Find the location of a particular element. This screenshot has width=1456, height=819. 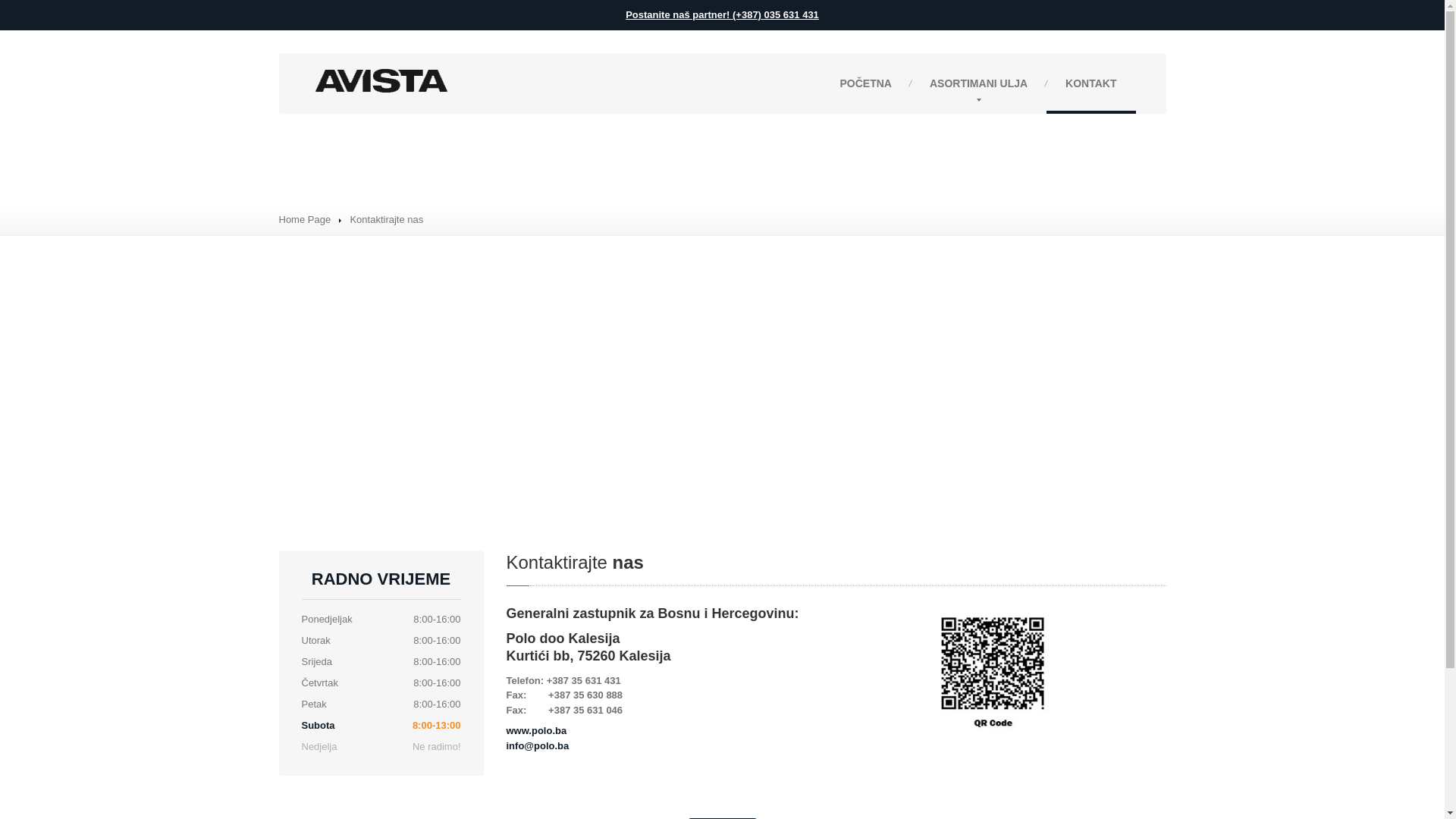

'info@polo.ba' is located at coordinates (538, 745).